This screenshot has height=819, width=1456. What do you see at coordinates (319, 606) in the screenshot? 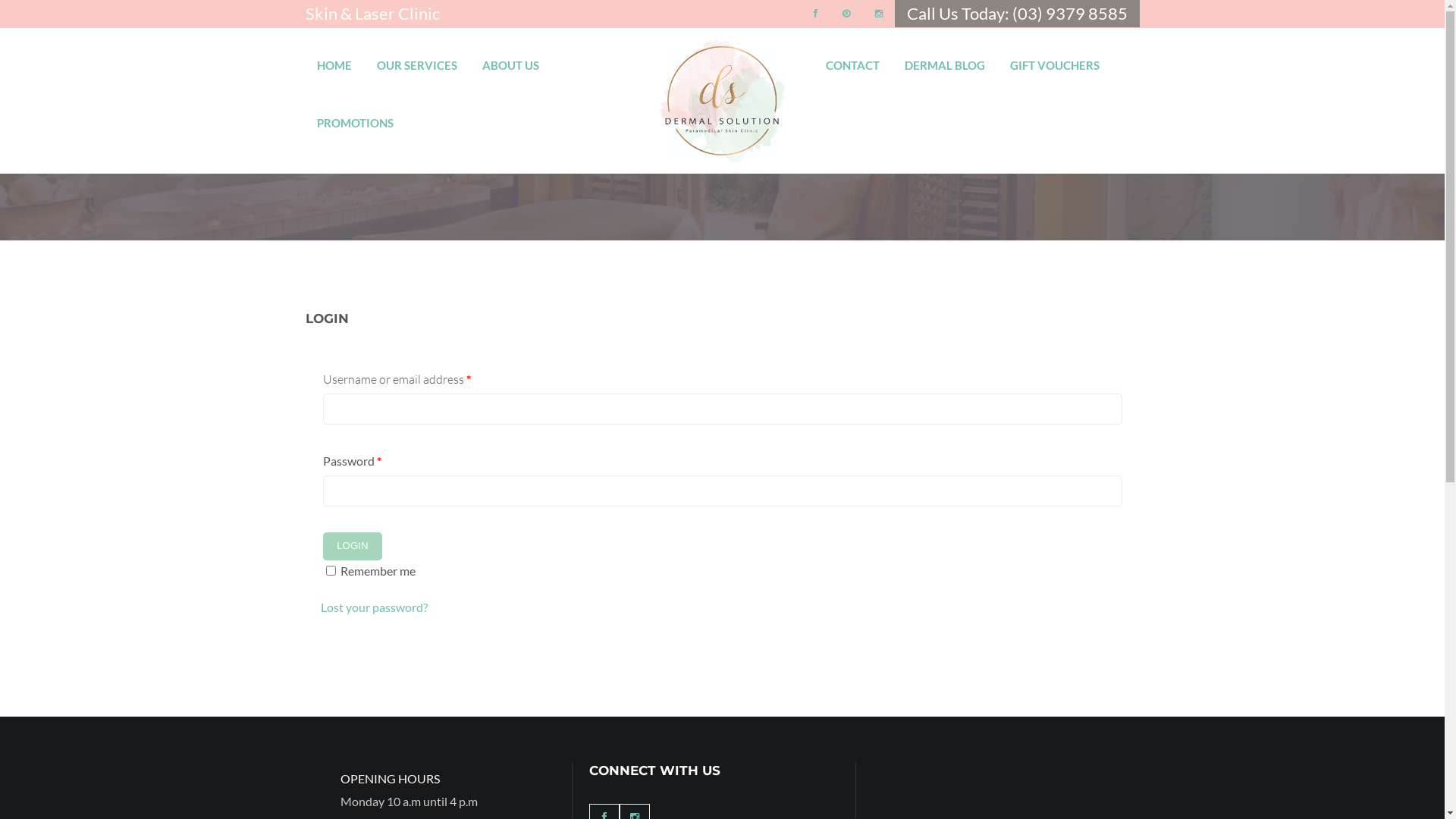
I see `'Lost your password?'` at bounding box center [319, 606].